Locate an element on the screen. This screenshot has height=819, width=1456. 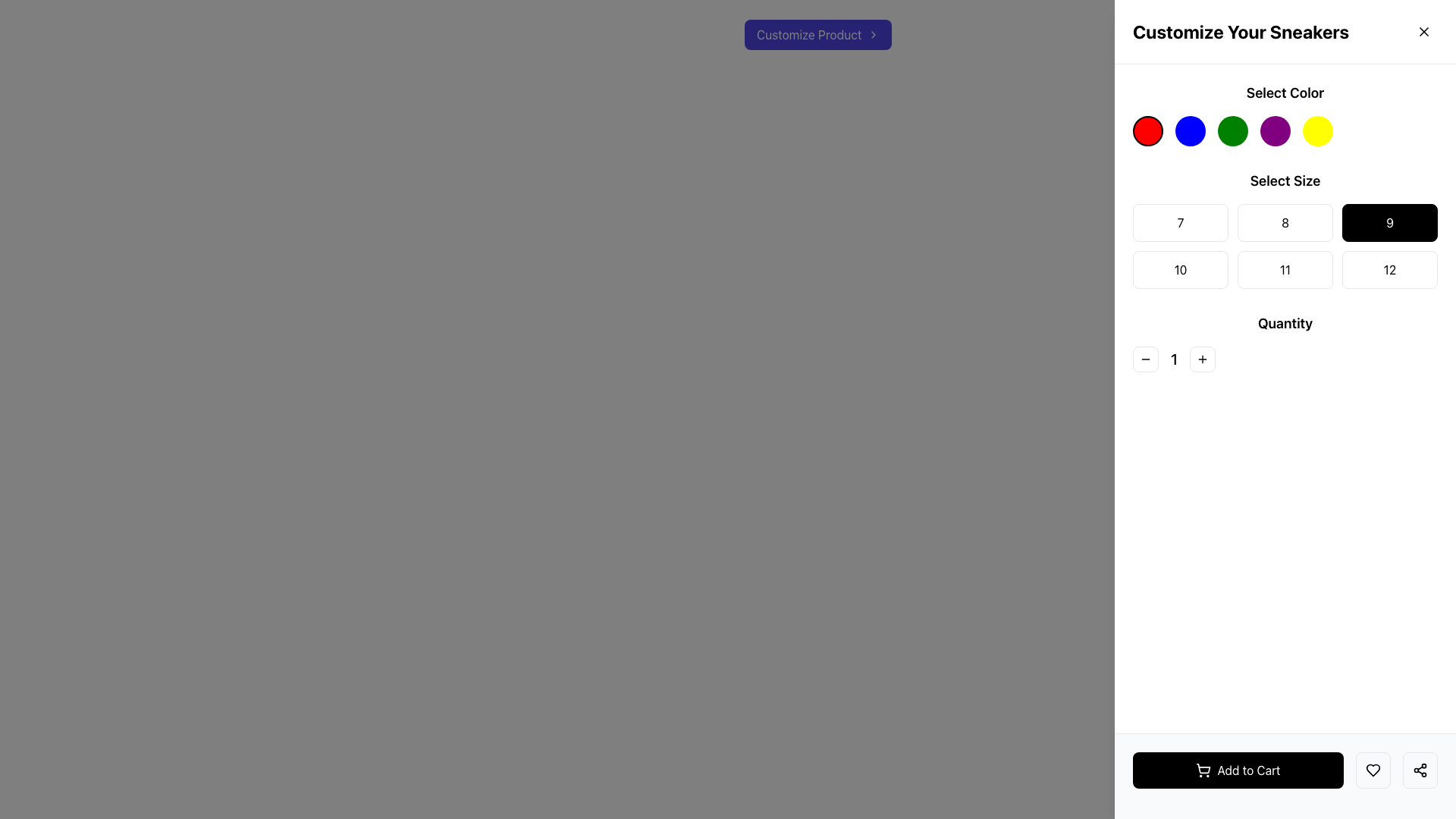
the fifth circular button with a yellow background under the 'Select Color' section is located at coordinates (1316, 130).